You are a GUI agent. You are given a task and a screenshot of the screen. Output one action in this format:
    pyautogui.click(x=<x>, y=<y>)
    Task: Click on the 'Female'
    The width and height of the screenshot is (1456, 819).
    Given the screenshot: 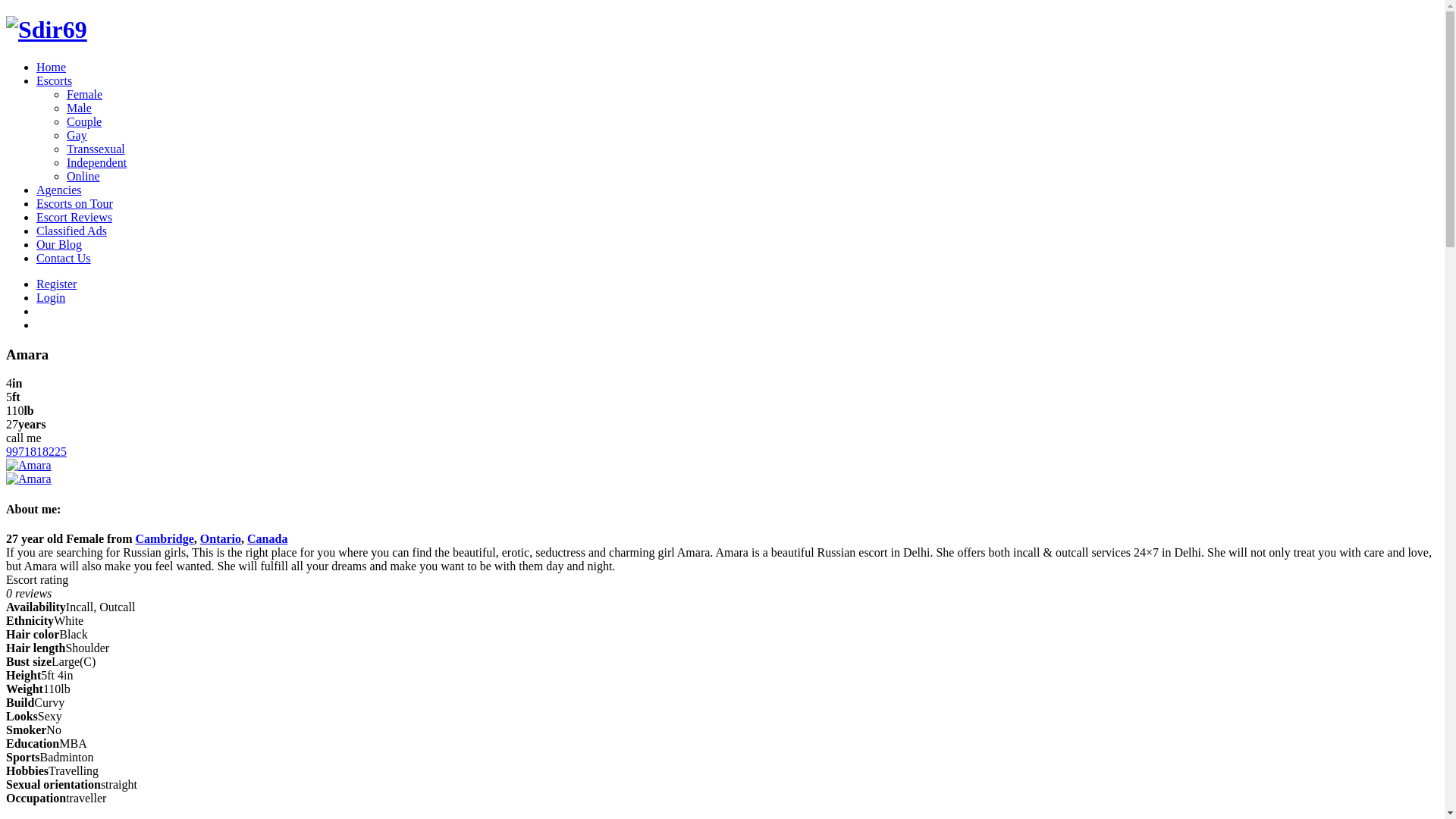 What is the action you would take?
    pyautogui.click(x=83, y=94)
    